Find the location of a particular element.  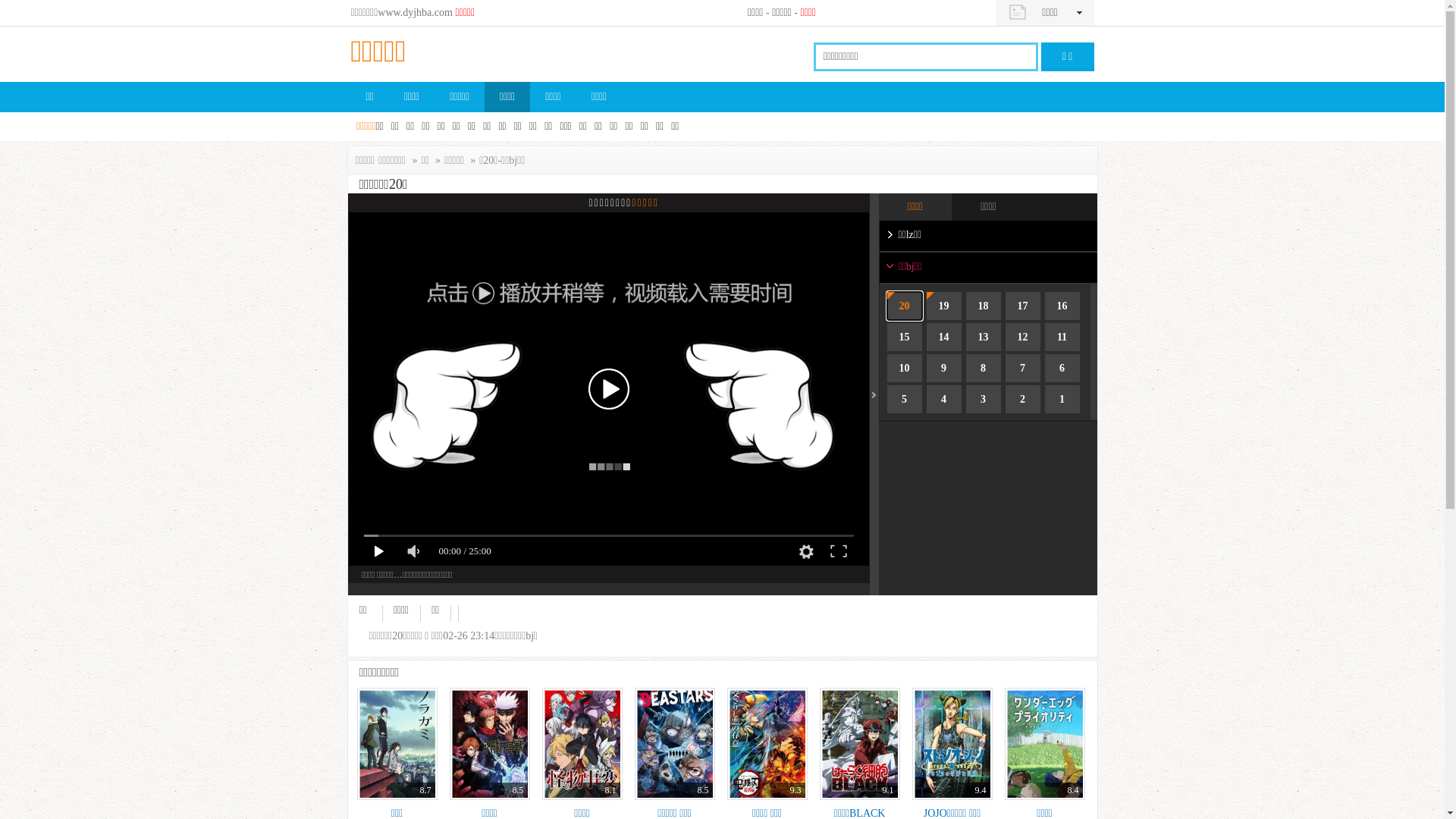

'11' is located at coordinates (1062, 336).